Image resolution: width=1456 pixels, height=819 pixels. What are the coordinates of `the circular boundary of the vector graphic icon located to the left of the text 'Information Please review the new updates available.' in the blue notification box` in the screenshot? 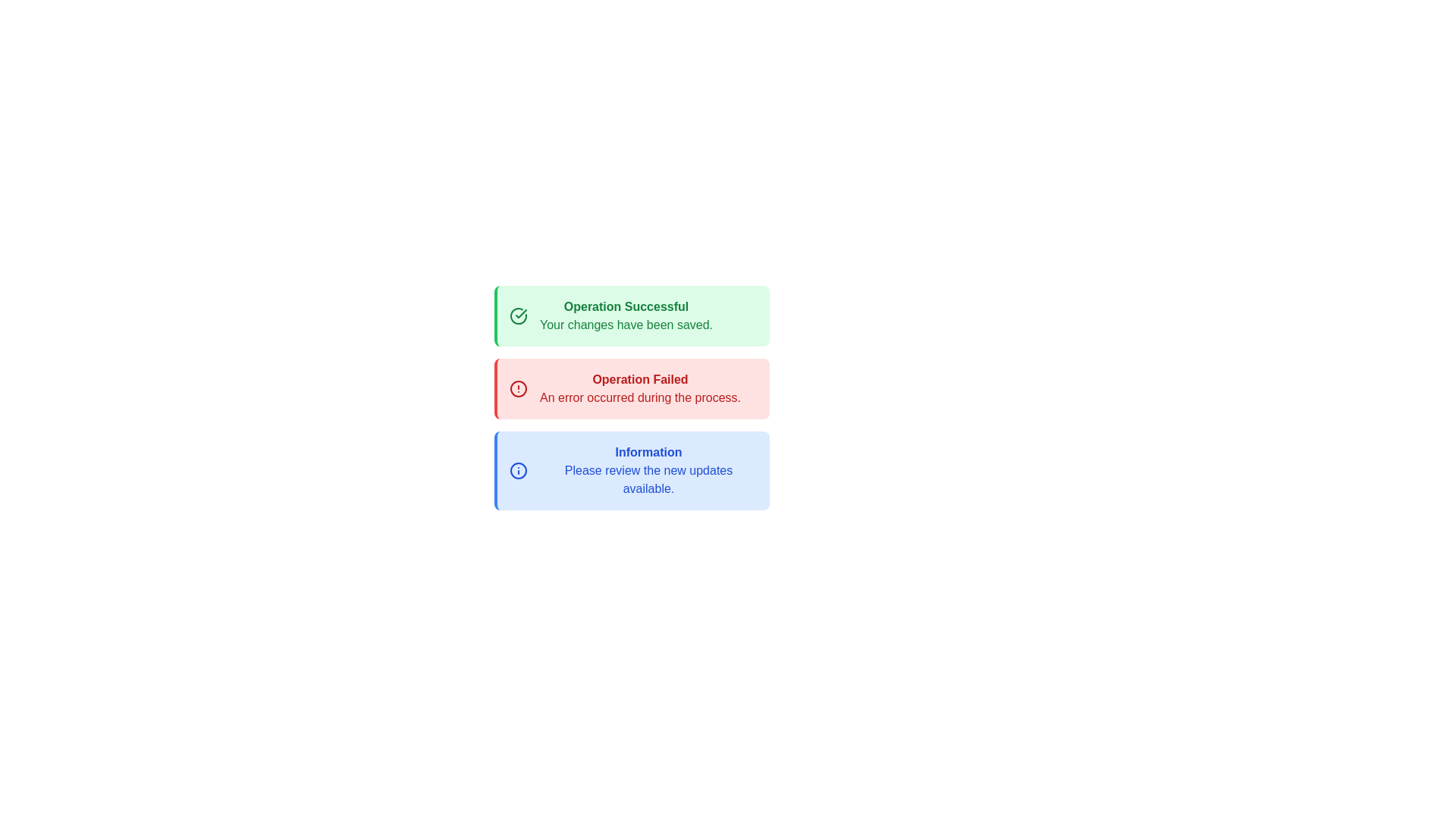 It's located at (519, 470).